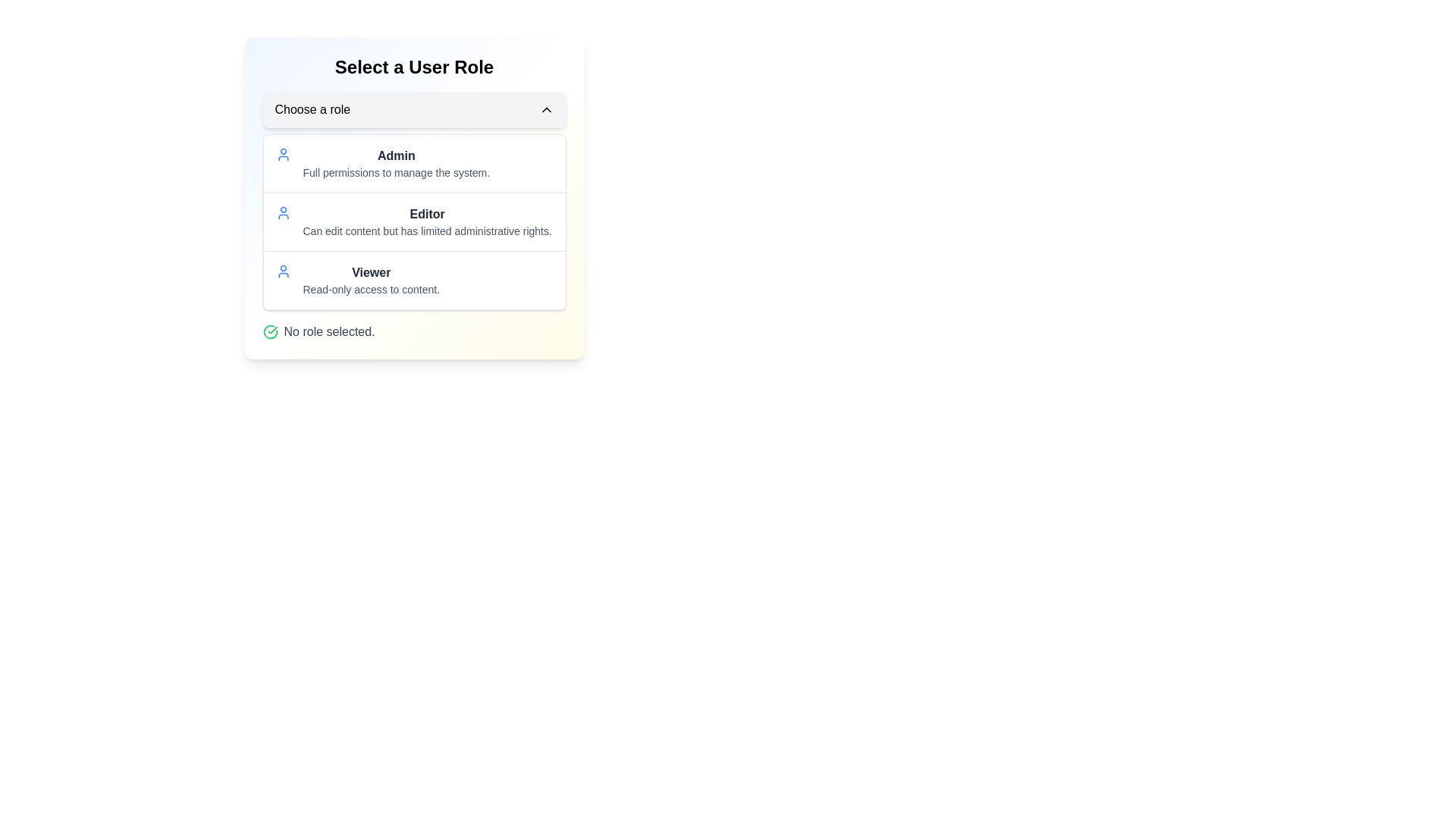 The width and height of the screenshot is (1456, 819). Describe the element at coordinates (283, 213) in the screenshot. I see `the user profile icon, which is a blue circular icon positioned to the left of the 'Editor' role description` at that location.